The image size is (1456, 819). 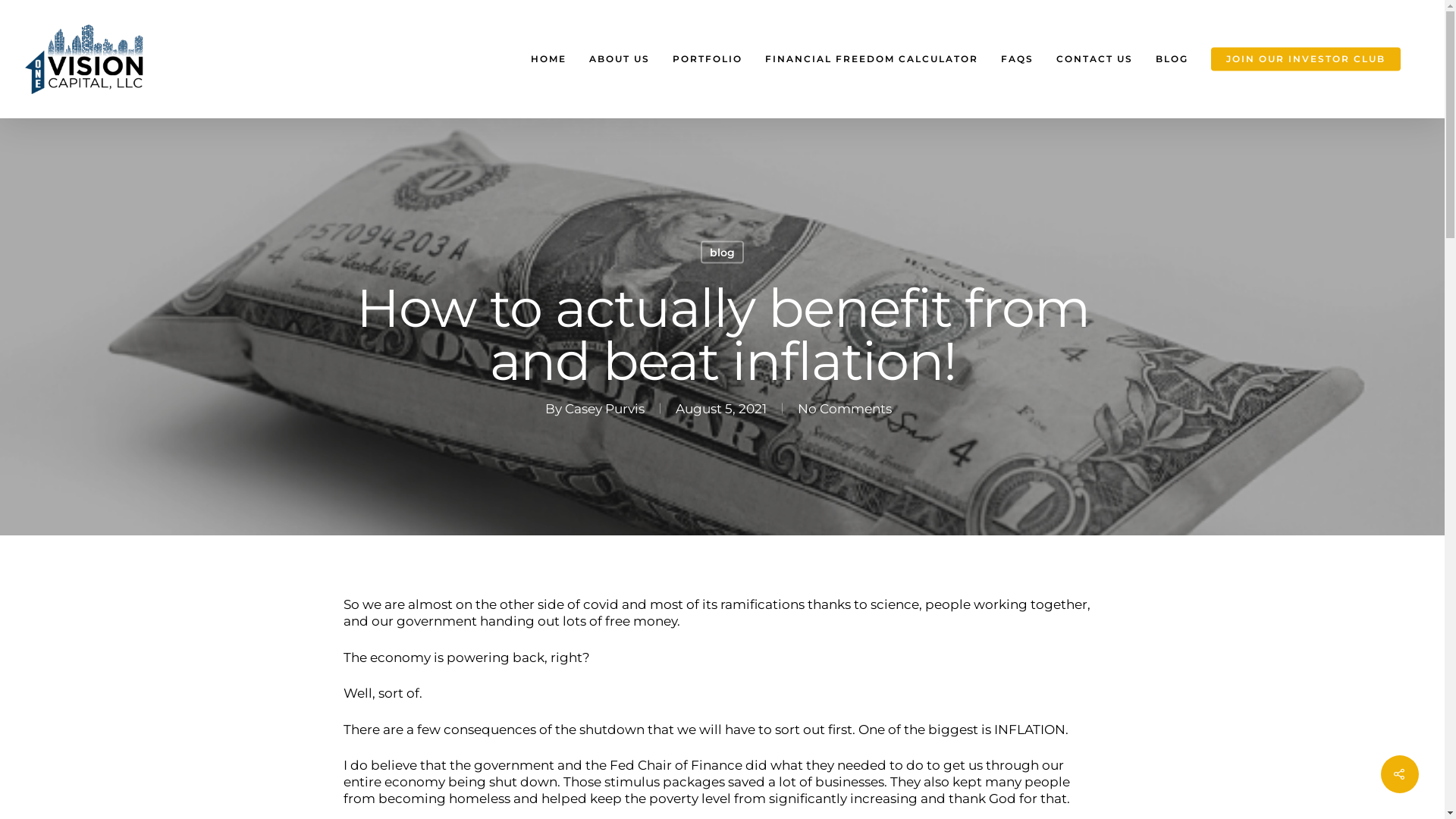 What do you see at coordinates (796, 406) in the screenshot?
I see `'No Comments'` at bounding box center [796, 406].